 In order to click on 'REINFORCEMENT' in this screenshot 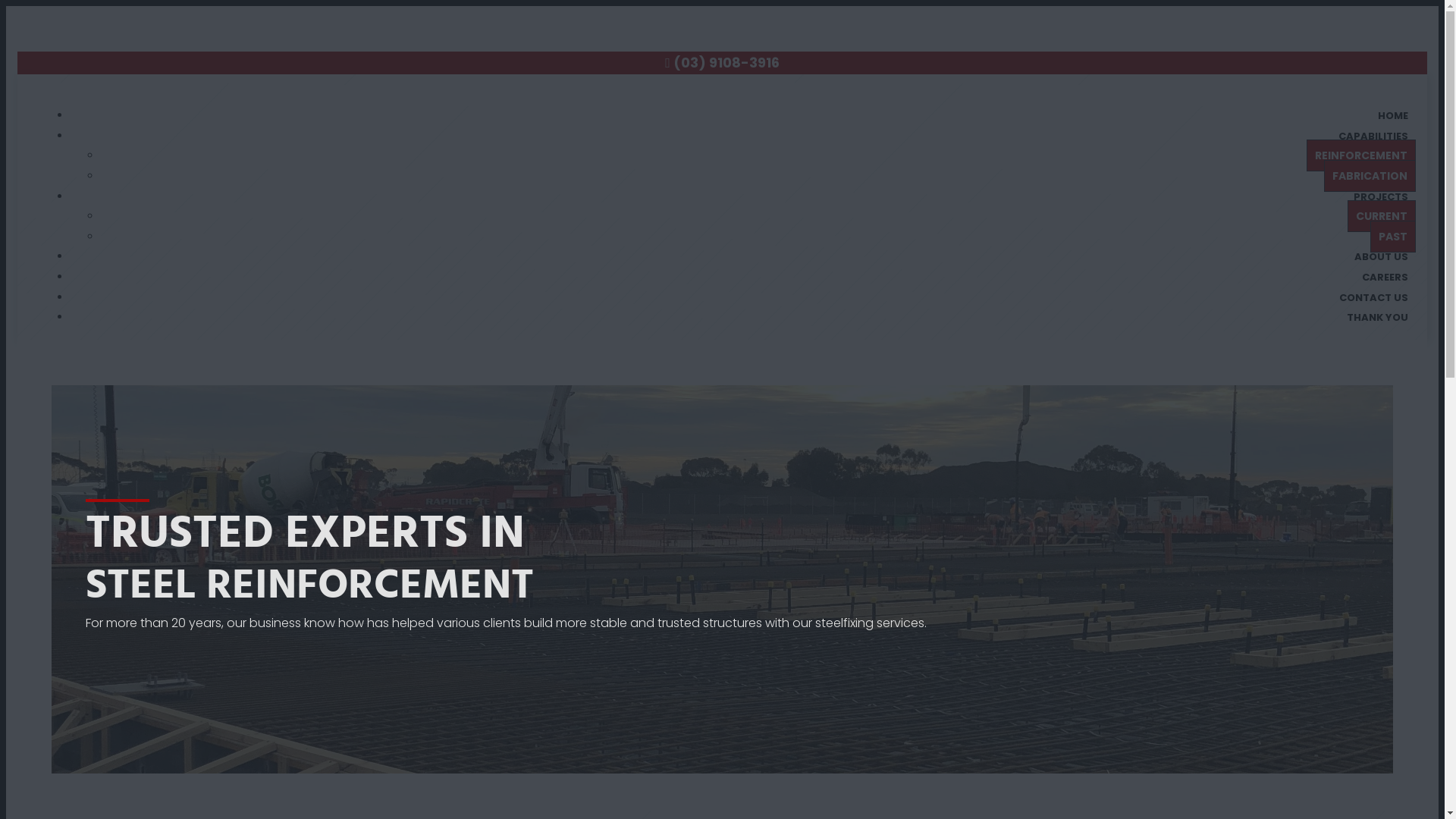, I will do `click(1306, 155)`.